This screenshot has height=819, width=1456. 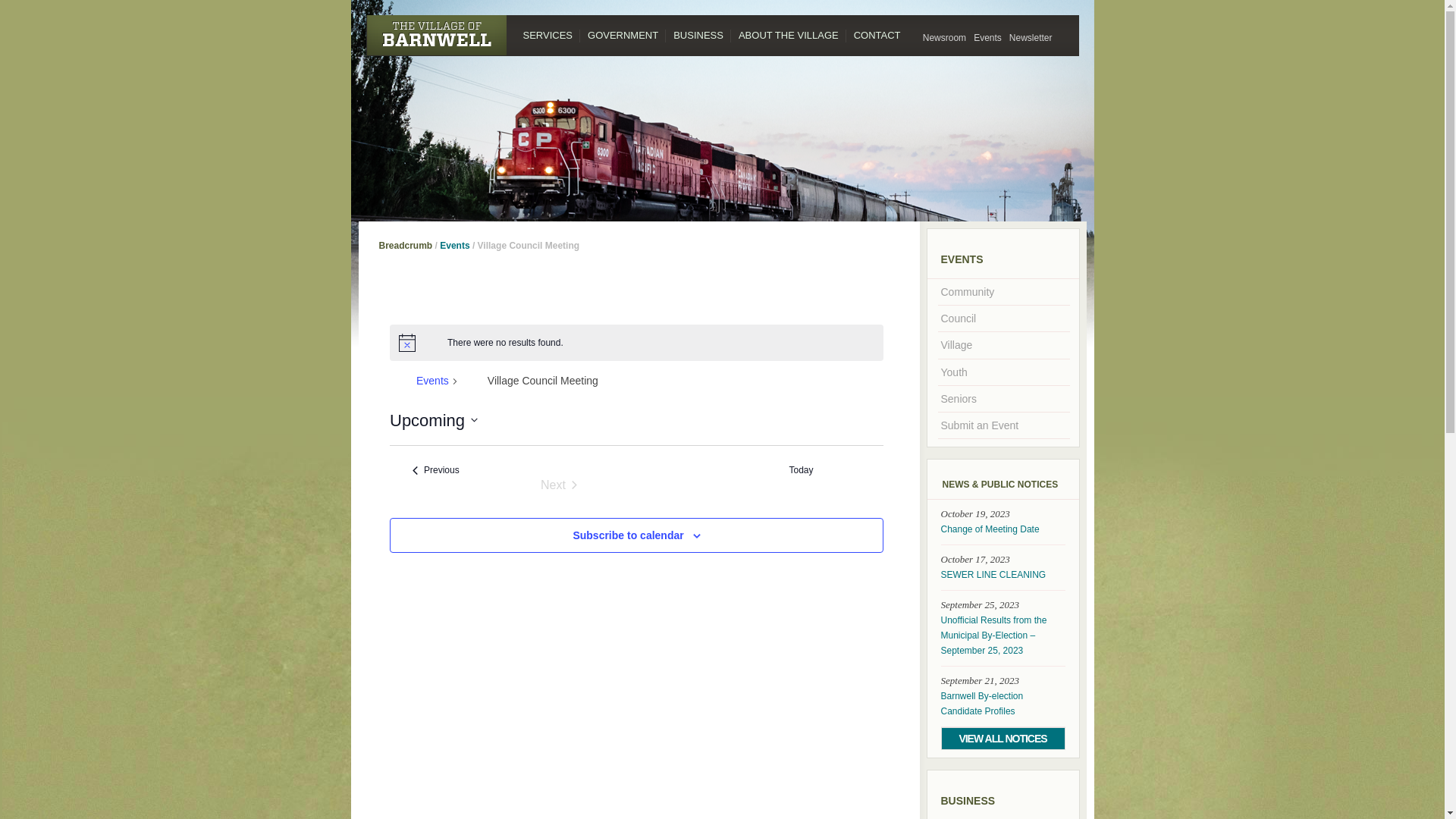 I want to click on 'Submit an Event', so click(x=1002, y=425).